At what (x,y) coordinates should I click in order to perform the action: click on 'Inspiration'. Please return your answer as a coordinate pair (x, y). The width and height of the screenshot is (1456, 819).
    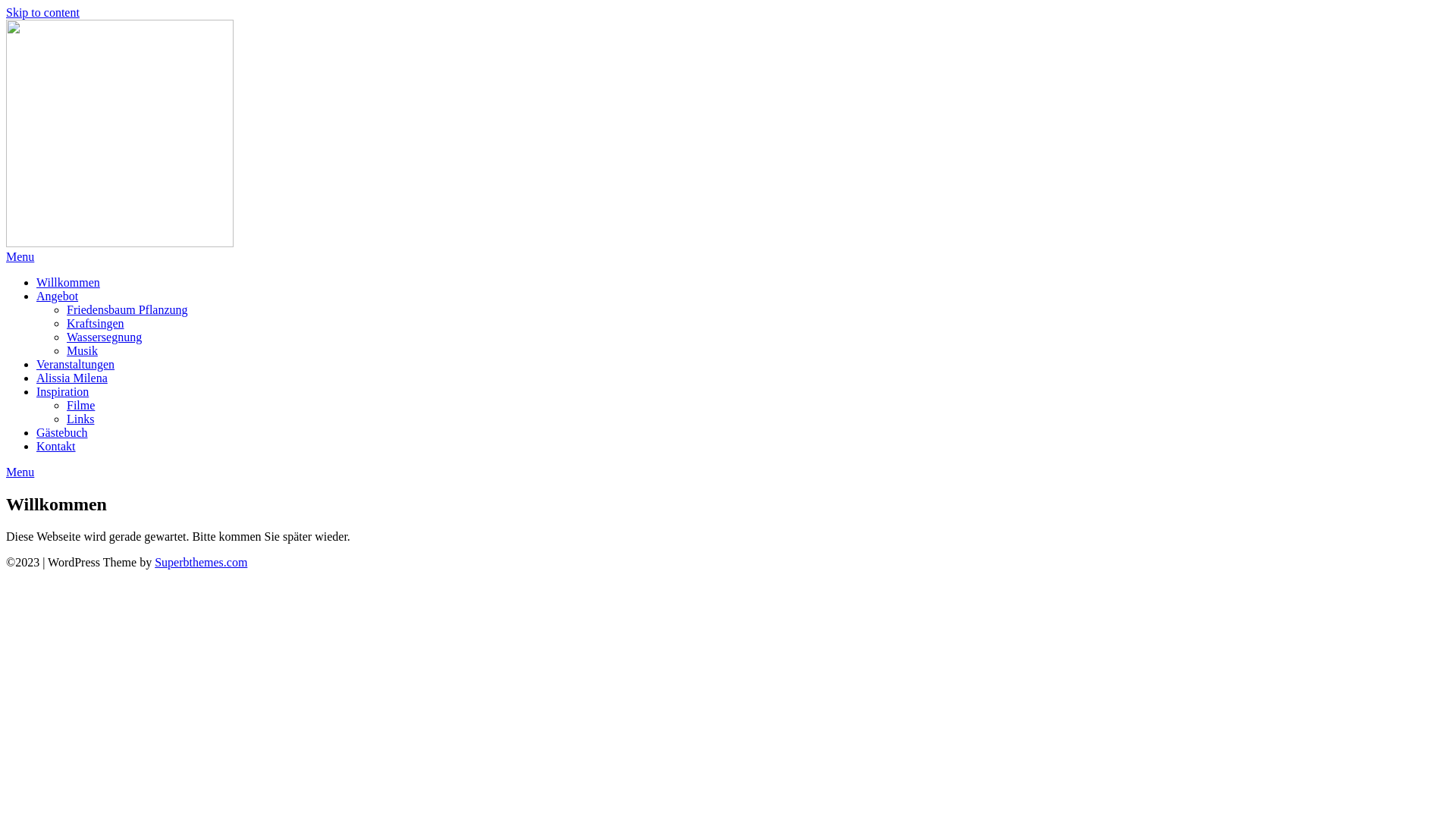
    Looking at the image, I should click on (61, 391).